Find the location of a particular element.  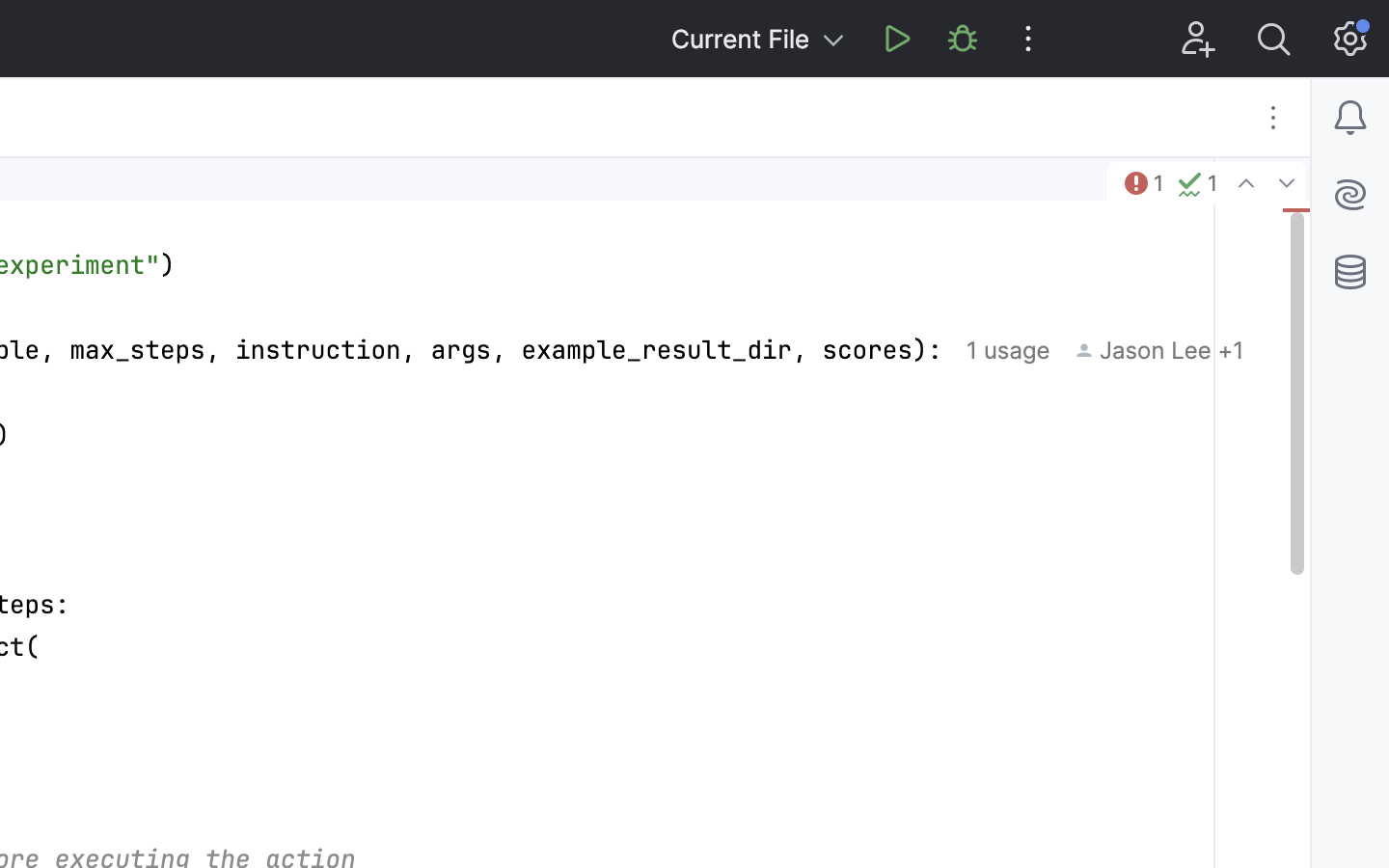

'1' is located at coordinates (1141, 182).